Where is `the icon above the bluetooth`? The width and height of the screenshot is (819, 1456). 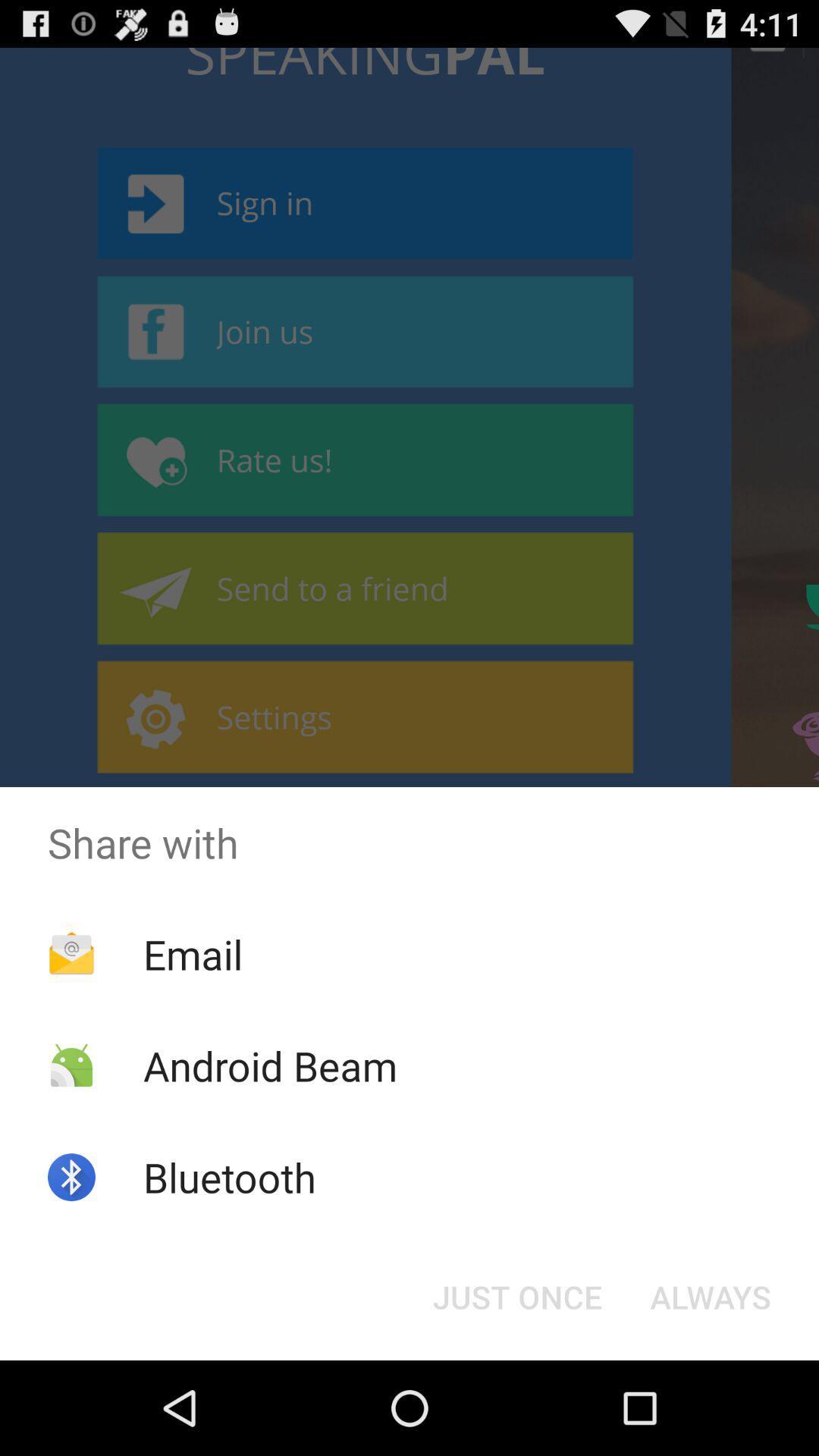 the icon above the bluetooth is located at coordinates (269, 1065).